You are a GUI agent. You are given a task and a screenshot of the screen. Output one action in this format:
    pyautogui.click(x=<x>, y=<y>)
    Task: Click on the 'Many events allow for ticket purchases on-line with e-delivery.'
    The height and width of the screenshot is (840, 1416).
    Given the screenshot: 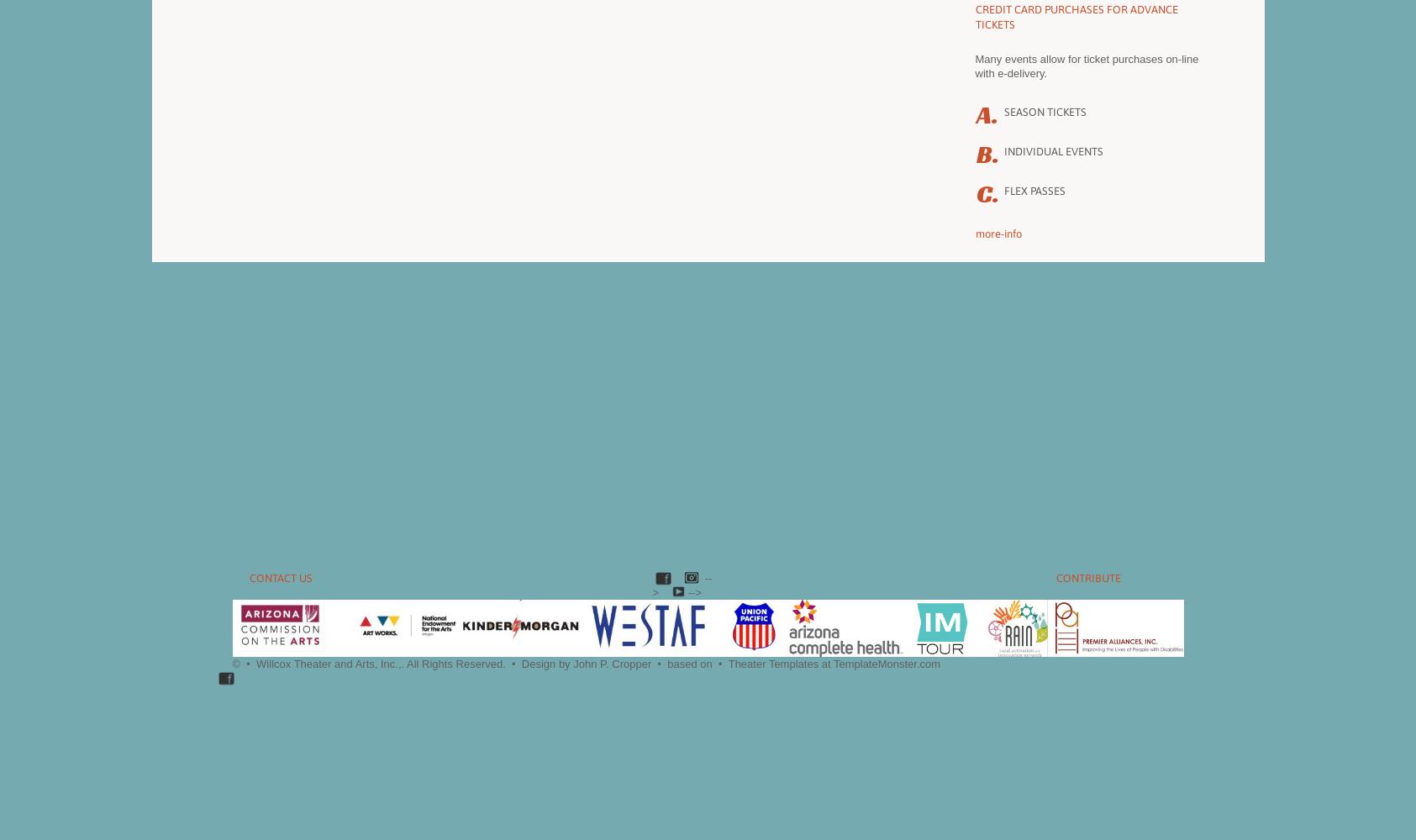 What is the action you would take?
    pyautogui.click(x=1087, y=66)
    